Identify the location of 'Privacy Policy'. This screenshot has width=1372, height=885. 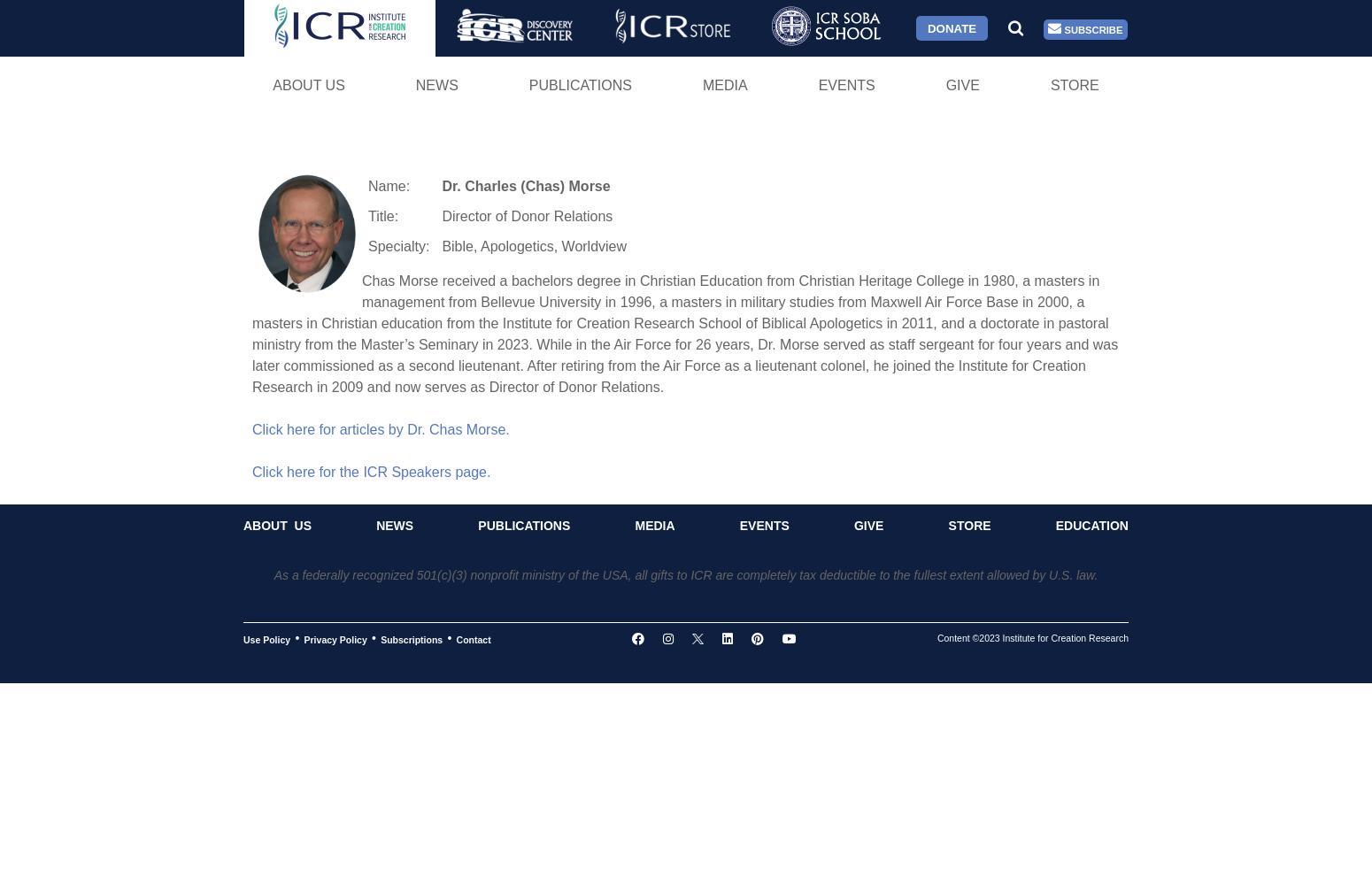
(303, 638).